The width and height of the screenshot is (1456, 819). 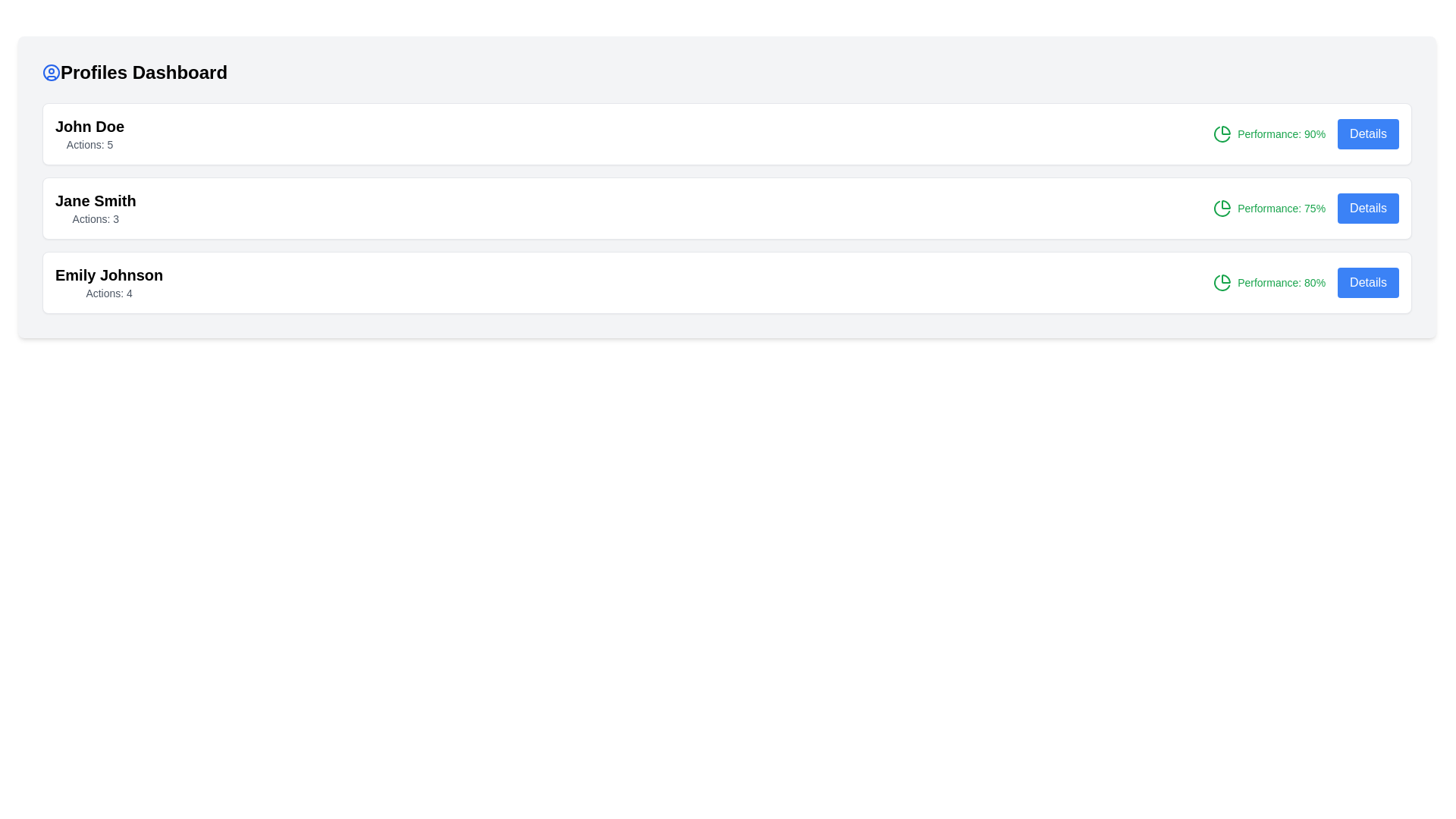 What do you see at coordinates (1368, 283) in the screenshot?
I see `the blue 'Details' button with rounded corners located at the far right of the performance summary row` at bounding box center [1368, 283].